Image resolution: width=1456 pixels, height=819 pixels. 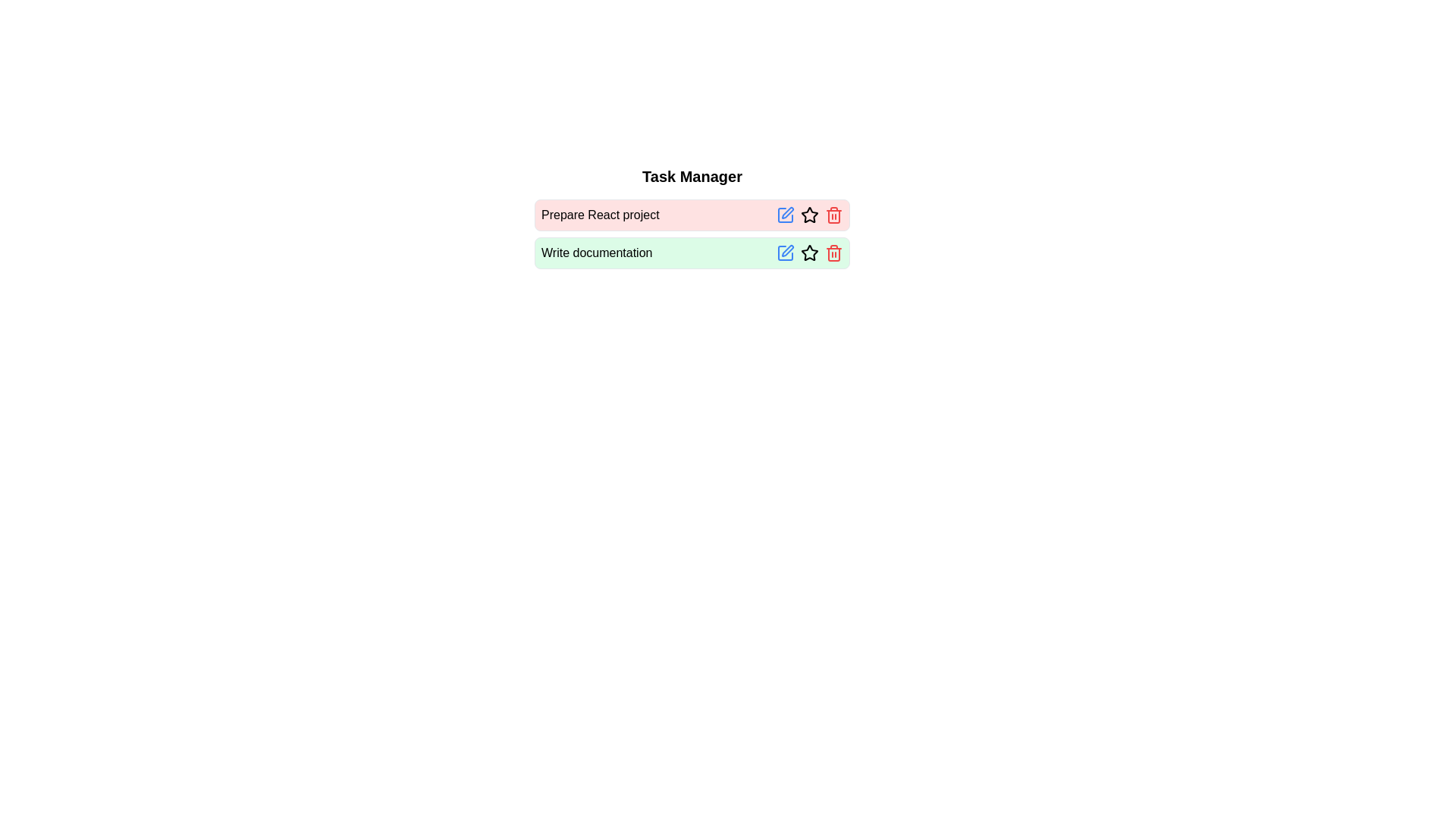 What do you see at coordinates (809, 252) in the screenshot?
I see `the second star icon used for task prioritization in the 'Write documentation' section` at bounding box center [809, 252].